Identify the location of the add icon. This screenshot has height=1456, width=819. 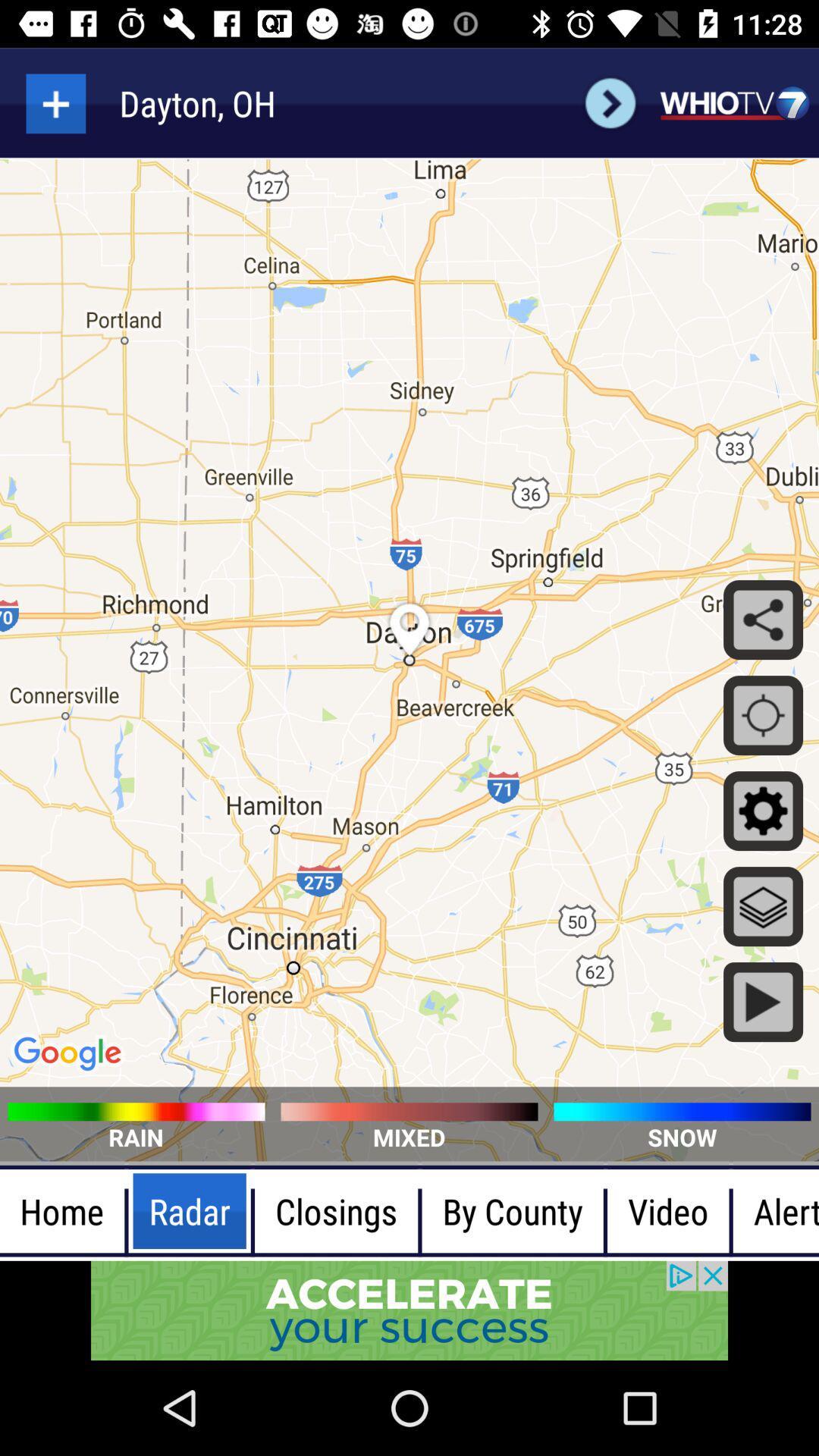
(55, 102).